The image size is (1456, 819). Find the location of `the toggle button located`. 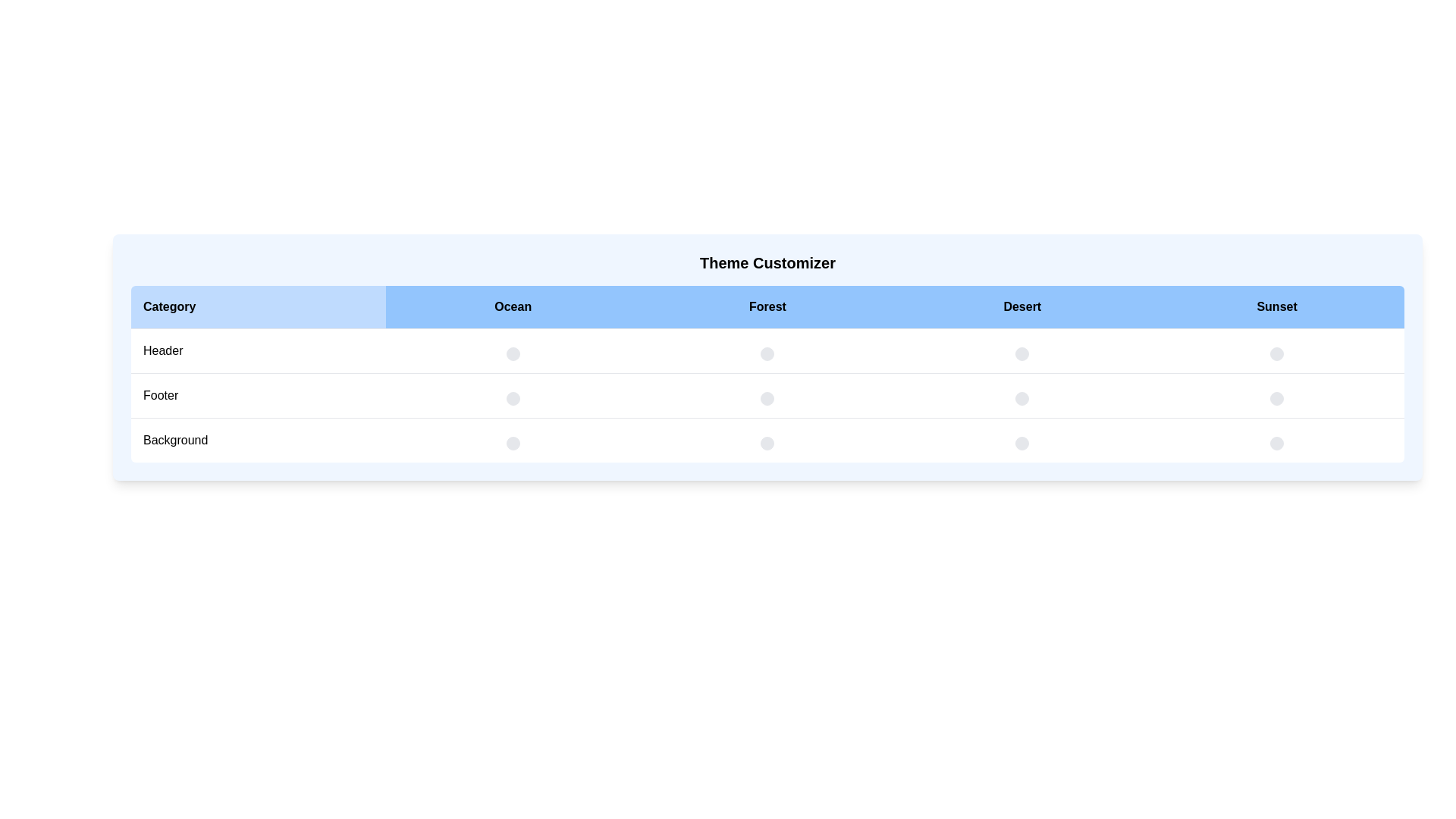

the toggle button located is located at coordinates (1022, 397).